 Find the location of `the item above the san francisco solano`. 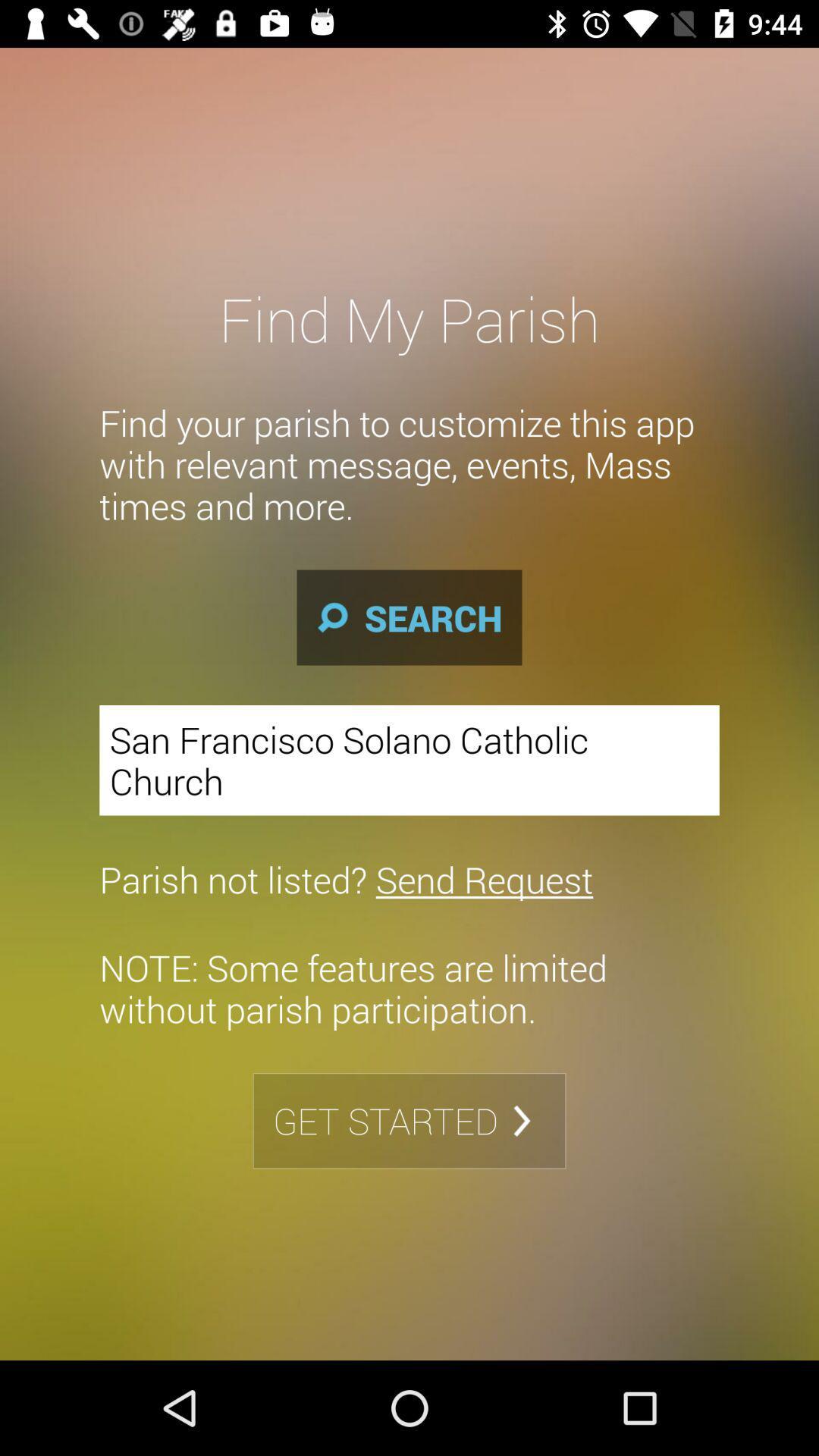

the item above the san francisco solano is located at coordinates (409, 617).